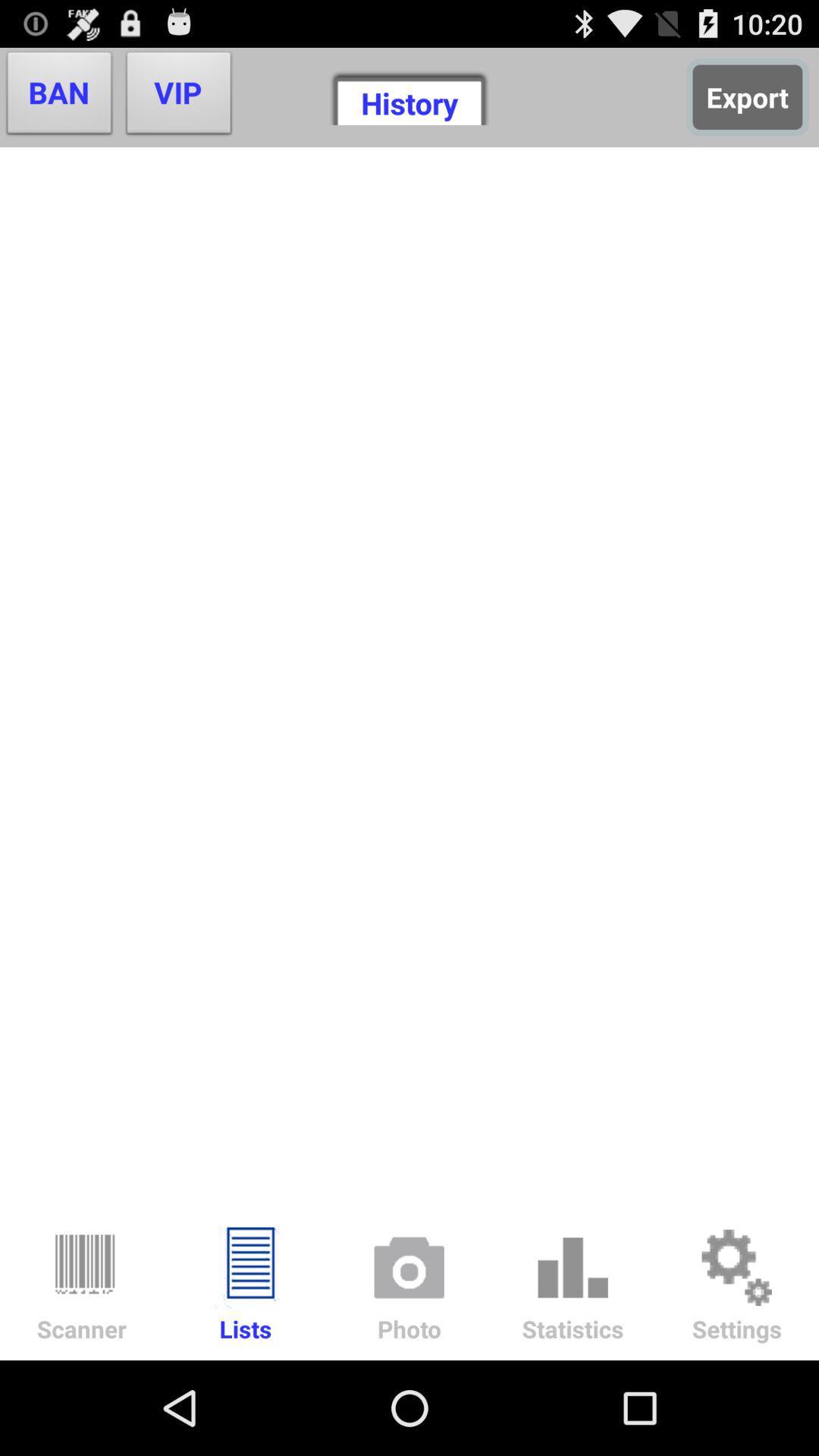  Describe the element at coordinates (58, 96) in the screenshot. I see `the ban item` at that location.